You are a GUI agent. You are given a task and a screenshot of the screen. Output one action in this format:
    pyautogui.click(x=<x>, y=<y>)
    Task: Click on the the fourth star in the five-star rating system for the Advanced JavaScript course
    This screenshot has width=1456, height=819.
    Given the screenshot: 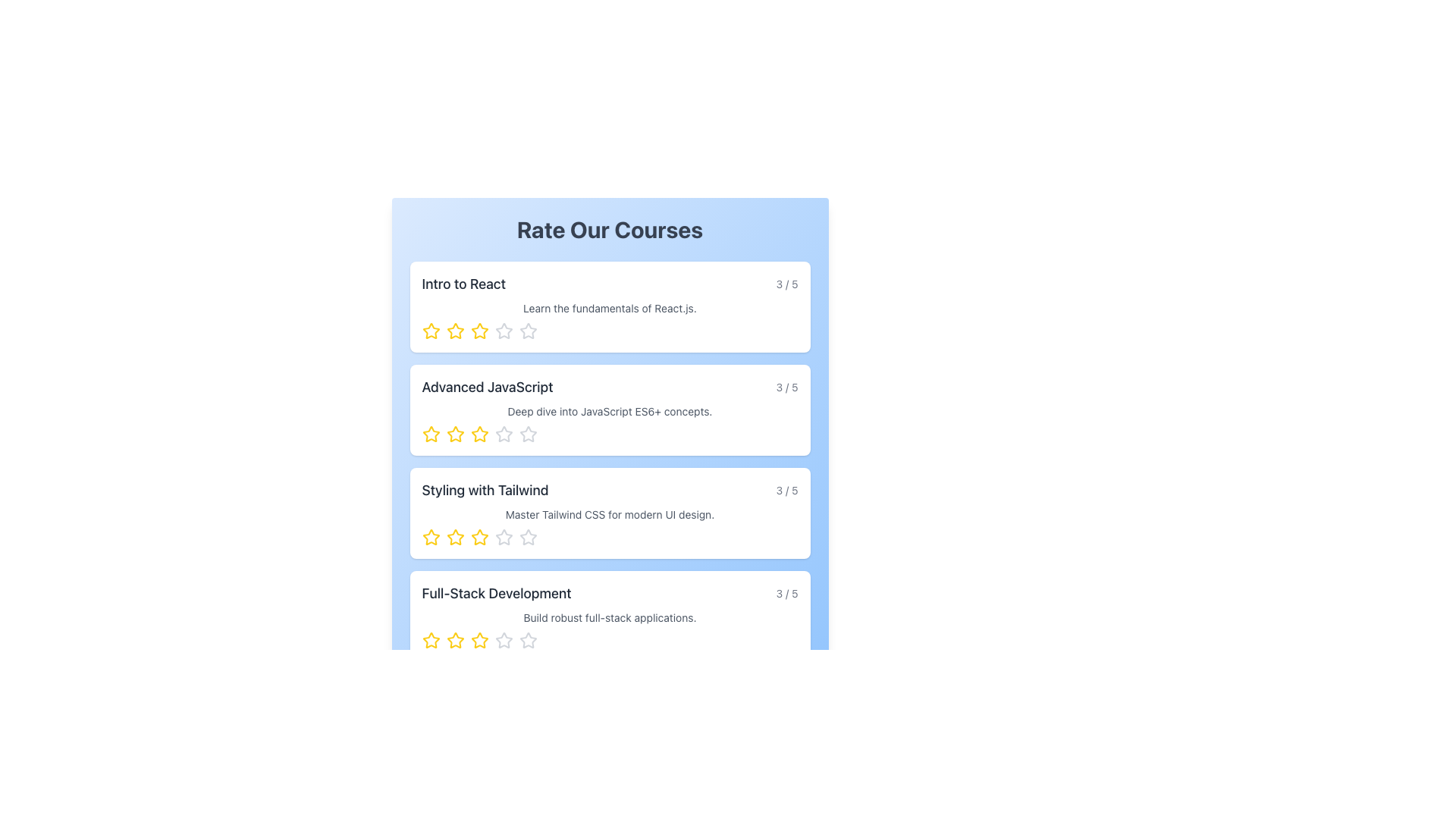 What is the action you would take?
    pyautogui.click(x=504, y=435)
    